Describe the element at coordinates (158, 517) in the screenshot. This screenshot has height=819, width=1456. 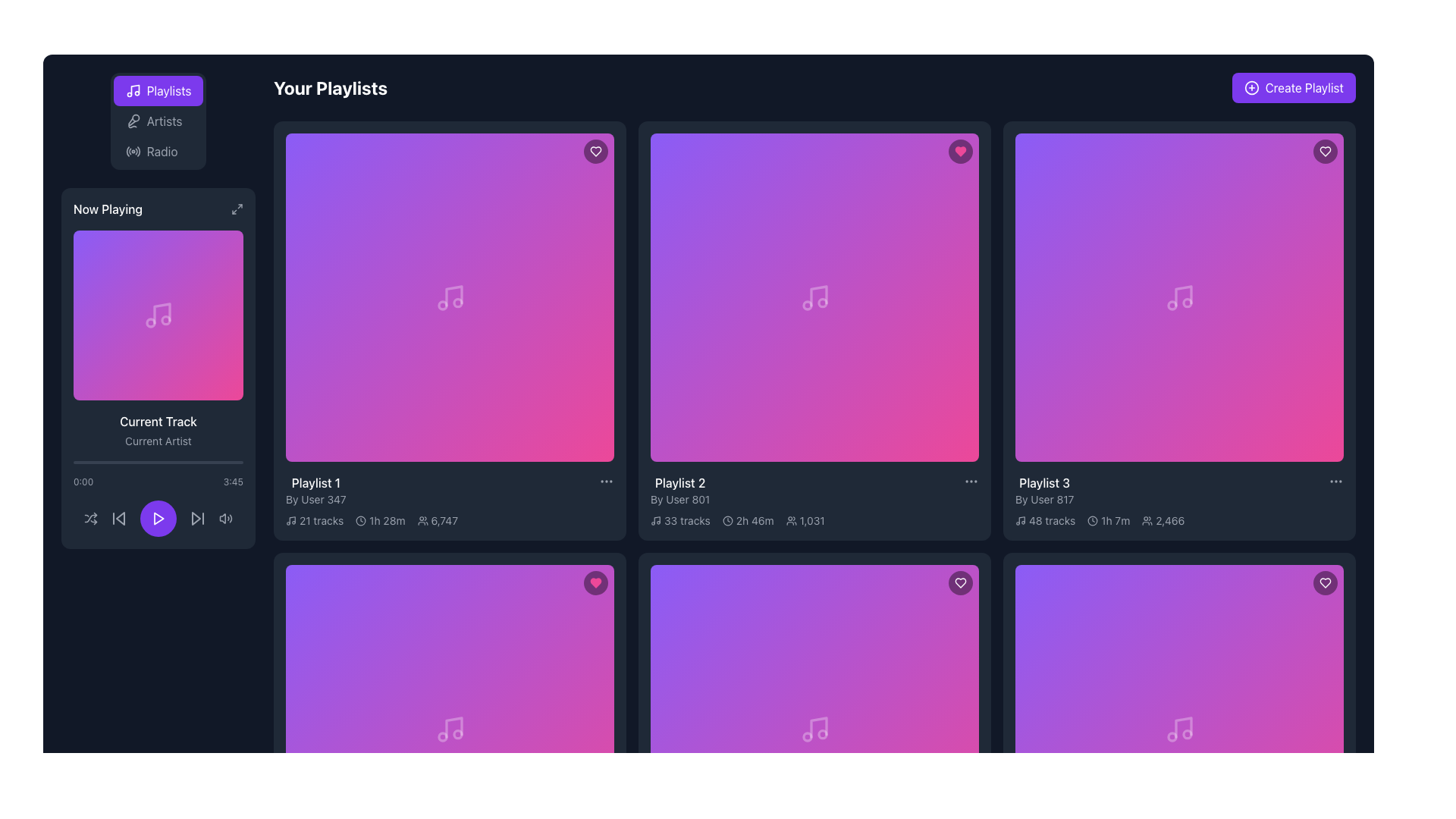
I see `the centrally positioned play/pause toggle button in the 'Now Playing' section` at that location.